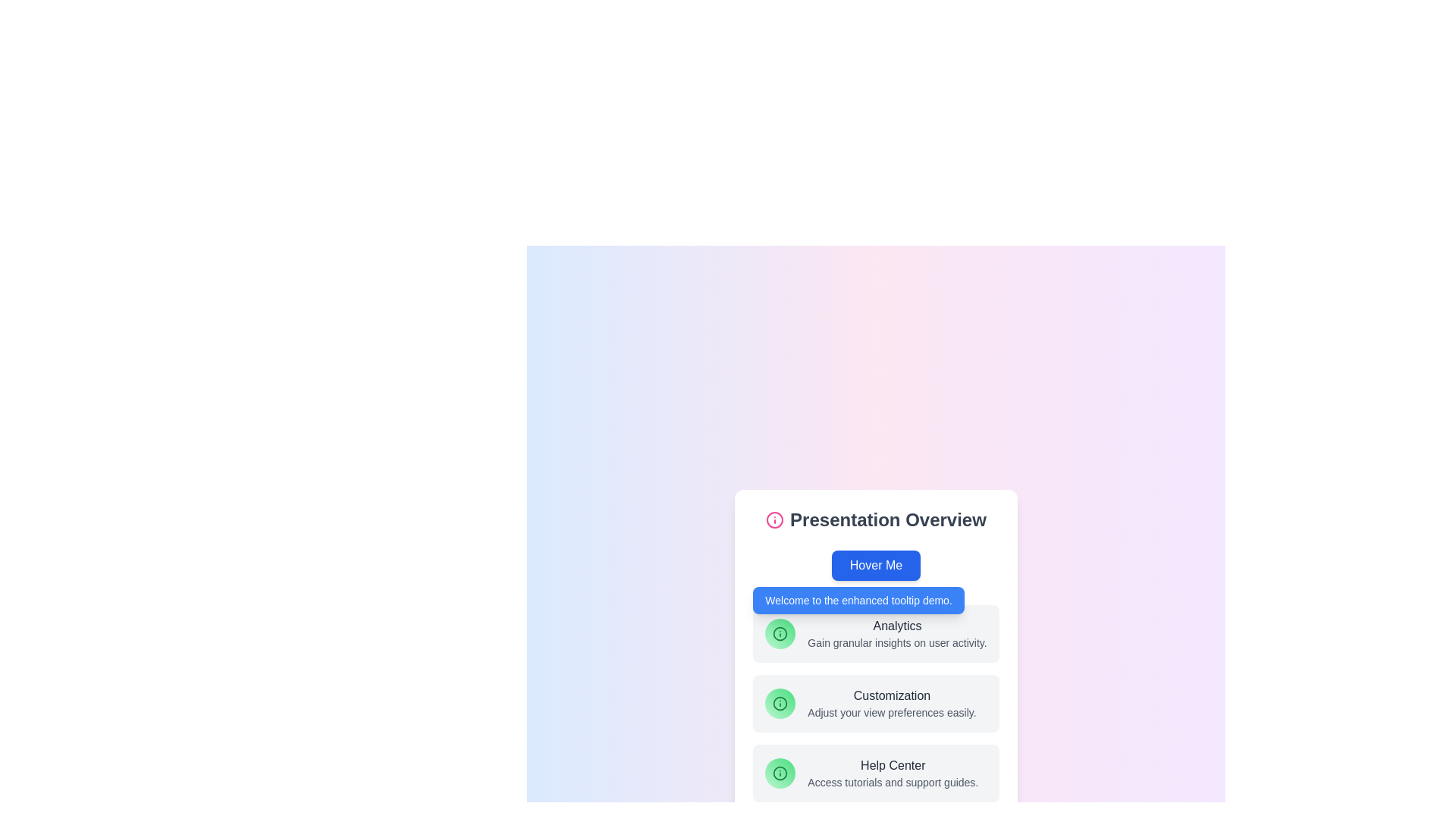 This screenshot has width=1456, height=819. What do you see at coordinates (780, 634) in the screenshot?
I see `the SVG circle element that is part of the circular icon to the left of the 'Analytics' label` at bounding box center [780, 634].